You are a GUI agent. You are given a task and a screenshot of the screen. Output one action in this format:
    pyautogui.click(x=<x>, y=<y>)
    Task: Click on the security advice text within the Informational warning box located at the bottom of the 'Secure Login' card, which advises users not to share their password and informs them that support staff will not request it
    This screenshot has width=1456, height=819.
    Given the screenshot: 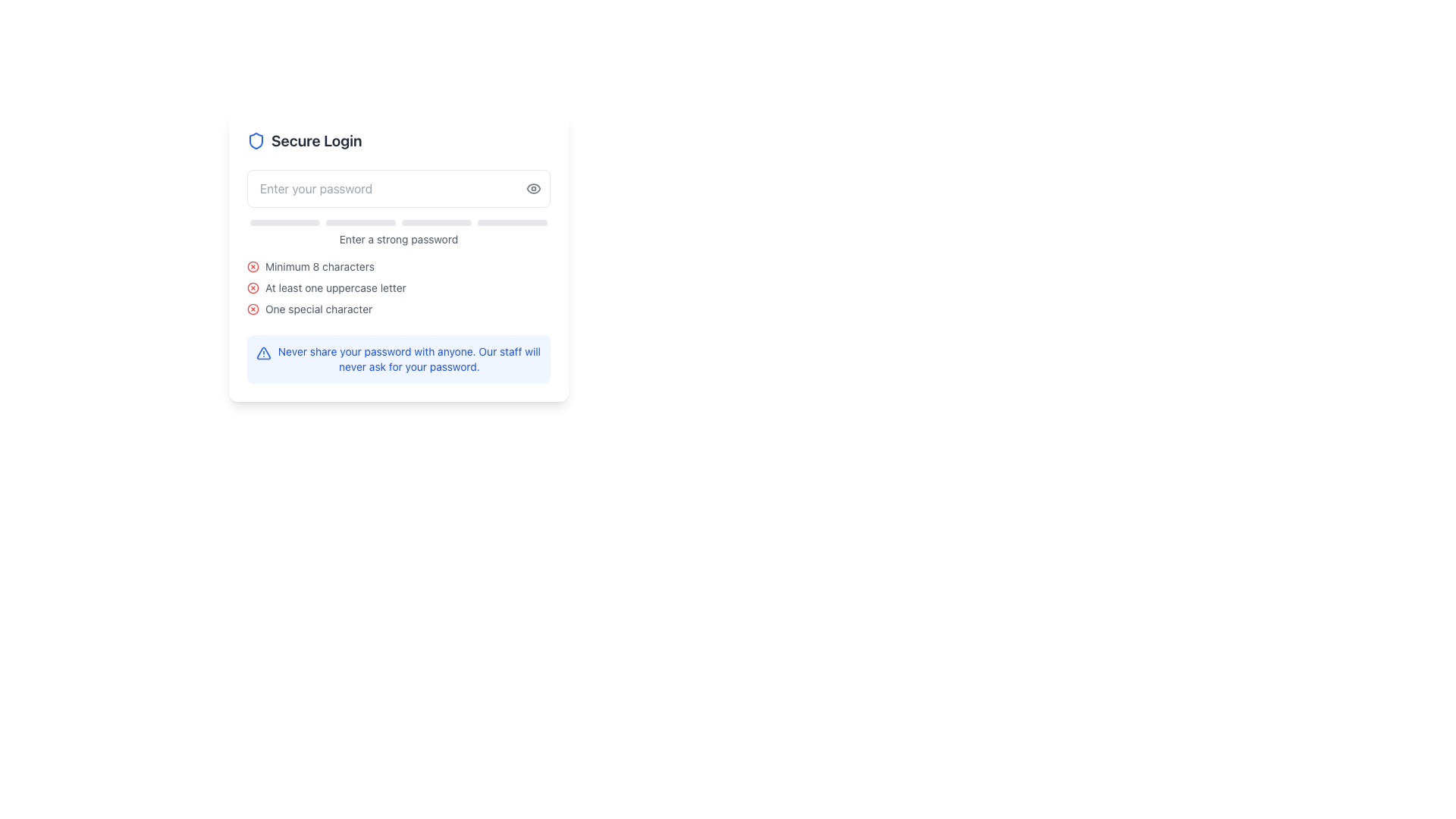 What is the action you would take?
    pyautogui.click(x=399, y=359)
    